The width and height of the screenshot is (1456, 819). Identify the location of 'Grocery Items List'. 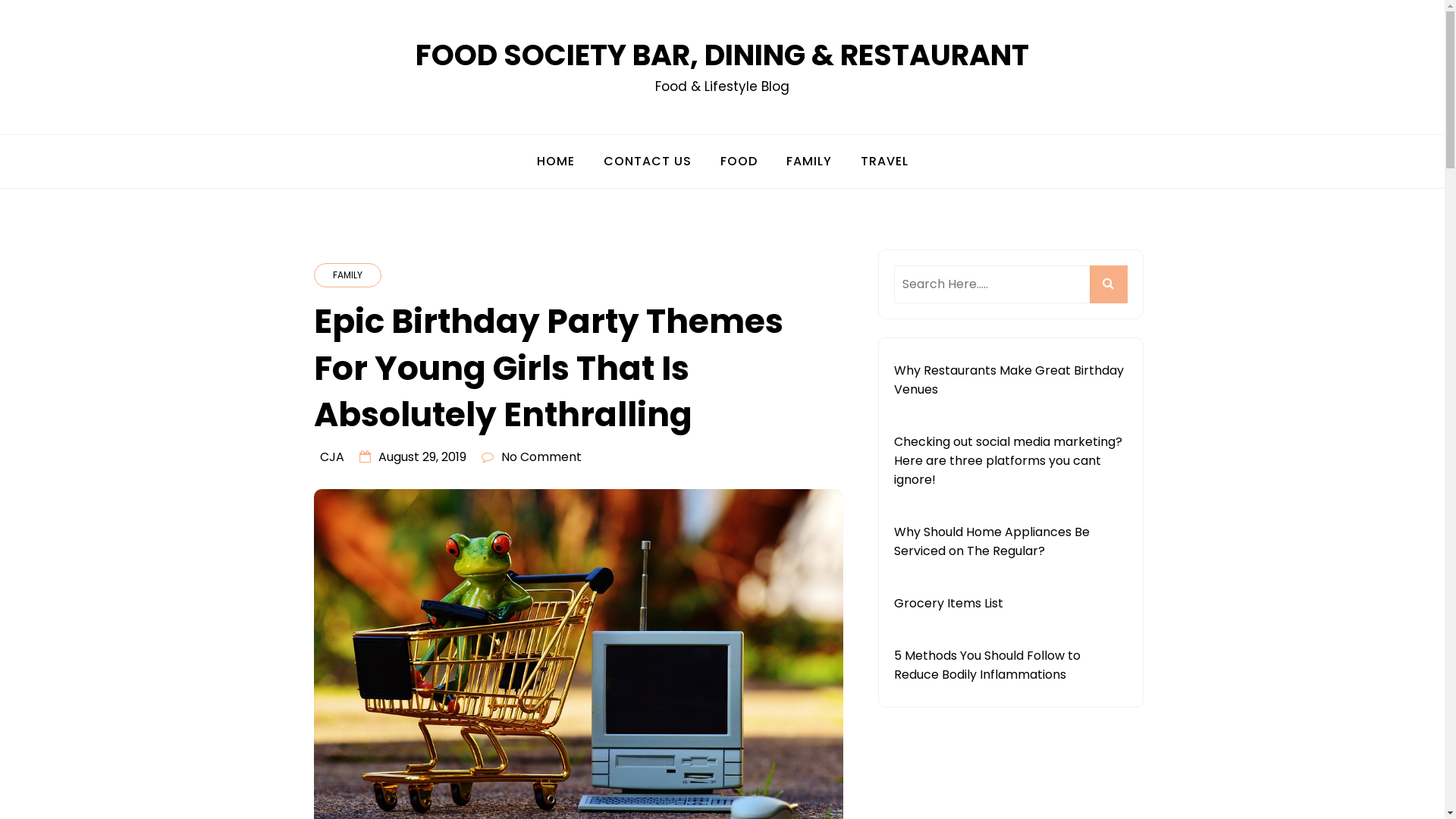
(946, 602).